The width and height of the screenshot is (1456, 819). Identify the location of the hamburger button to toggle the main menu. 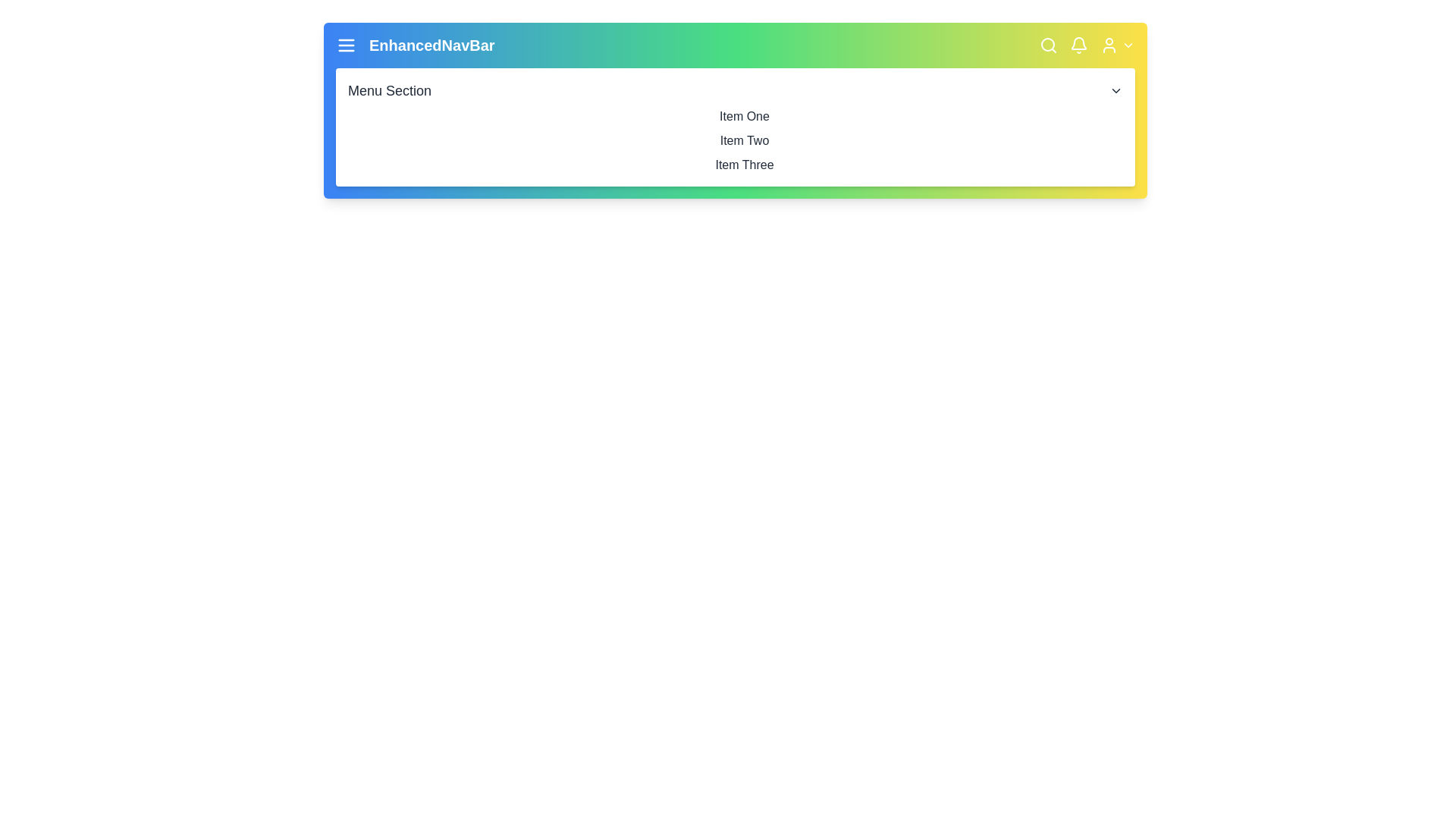
(345, 45).